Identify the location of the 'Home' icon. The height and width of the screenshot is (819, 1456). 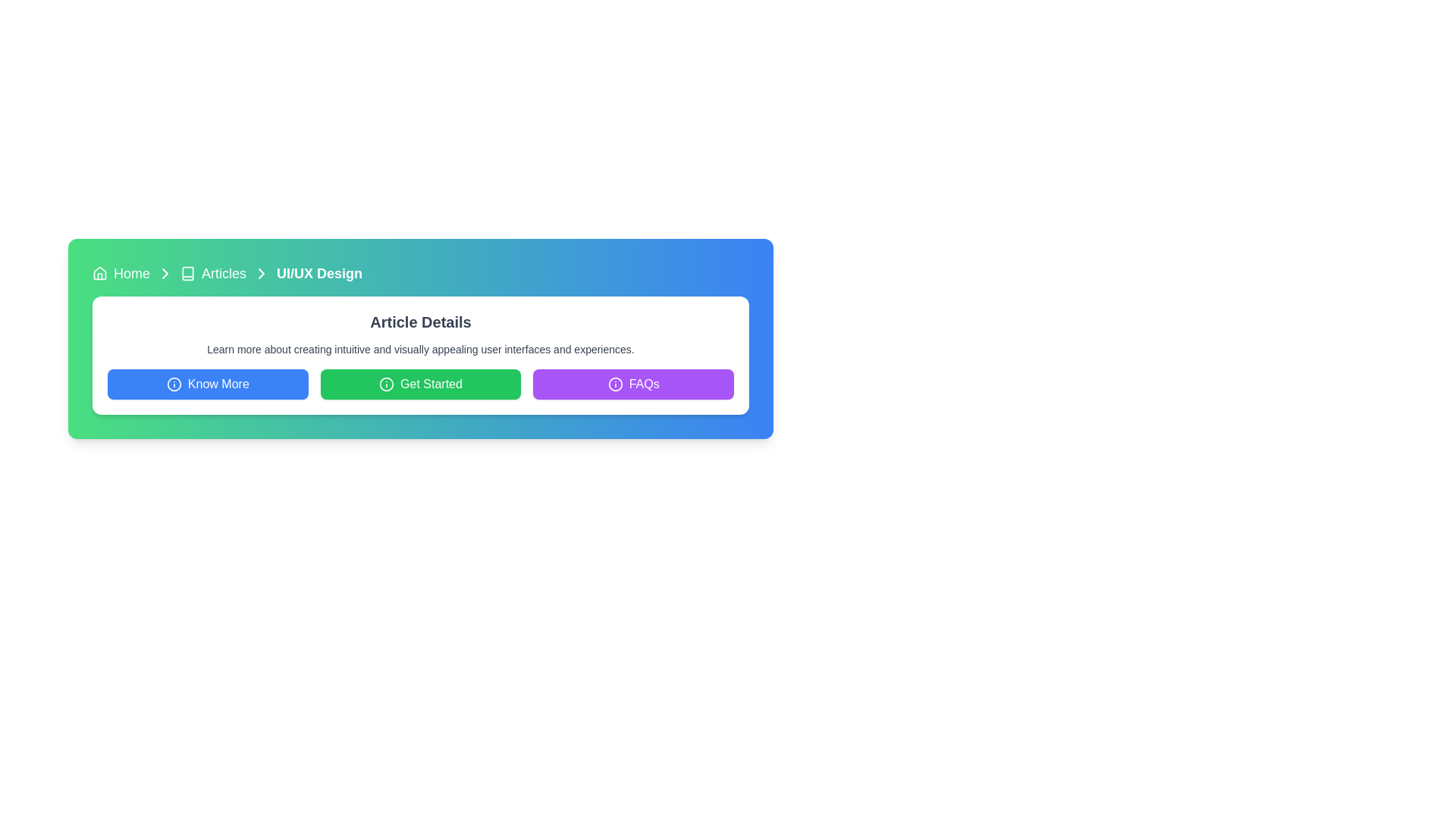
(99, 274).